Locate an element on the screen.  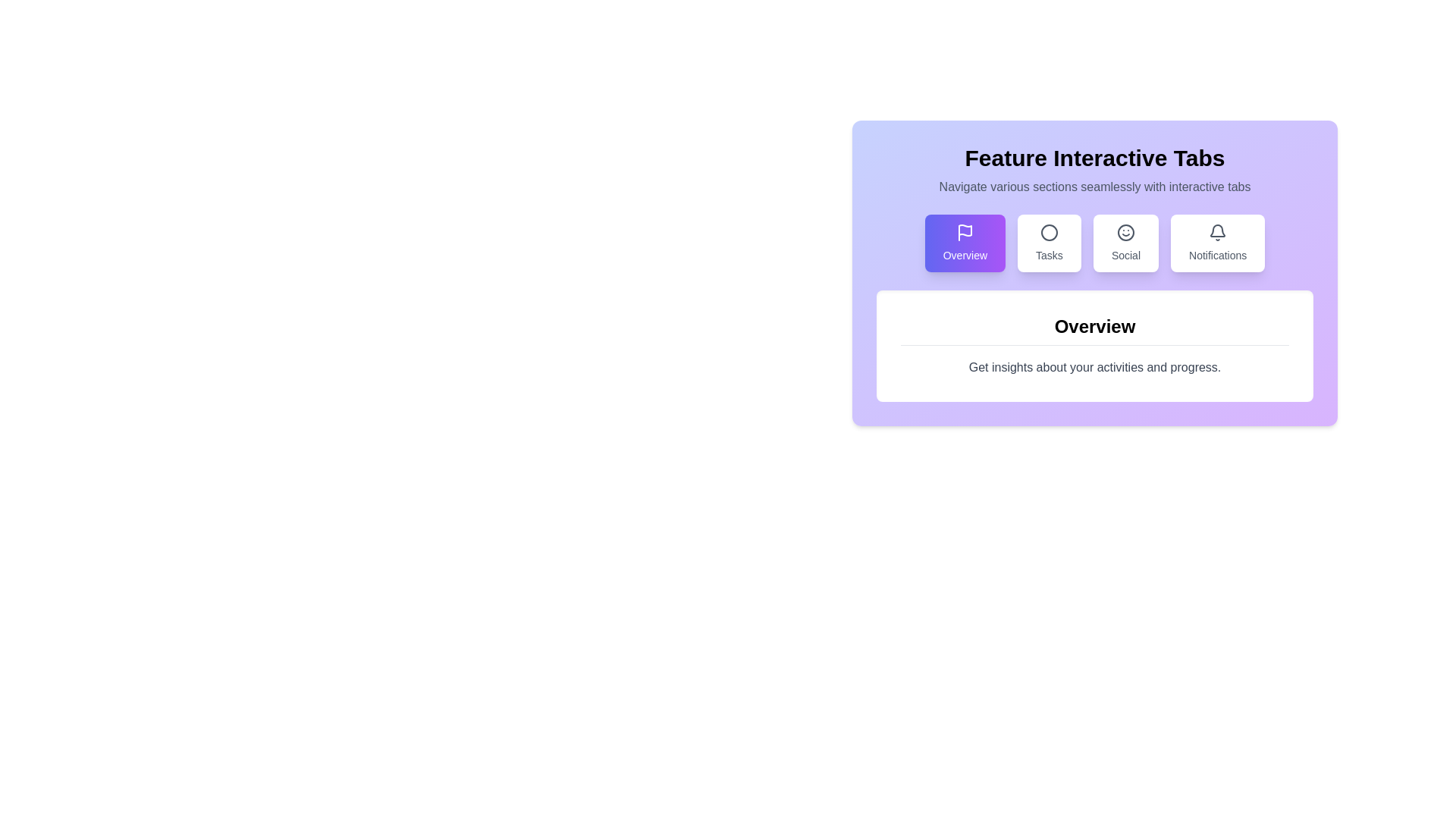
the stylized flag icon located at the top center of the 'Overview' interactive tab, which is outlined with a bold stroke and positioned above the text label 'Overview' is located at coordinates (964, 233).